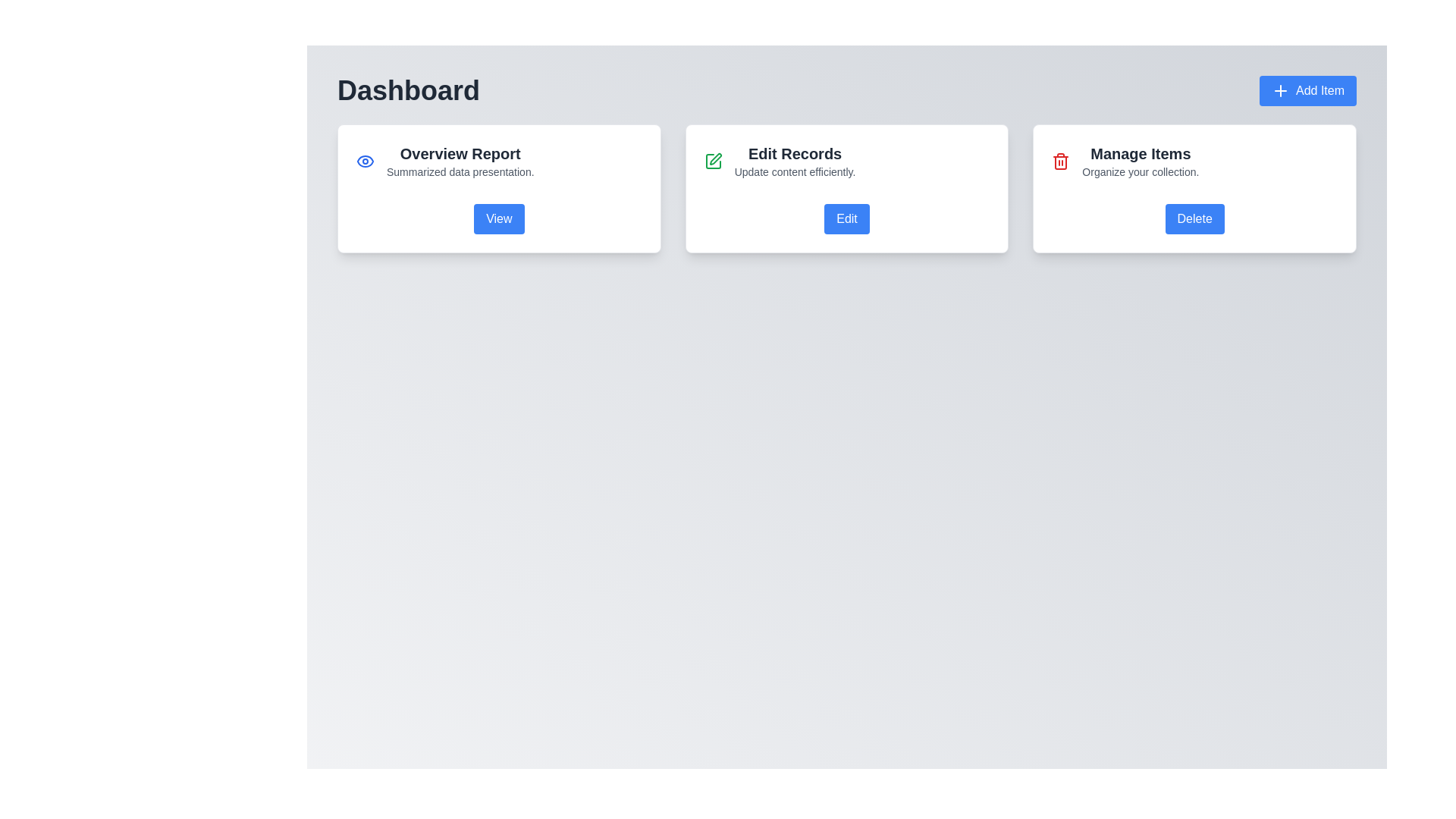 The width and height of the screenshot is (1456, 819). Describe the element at coordinates (794, 171) in the screenshot. I see `the descriptive text label that provides information about the 'Edit Records' feature, positioned below the 'Edit Records' title and above the 'Edit' button` at that location.